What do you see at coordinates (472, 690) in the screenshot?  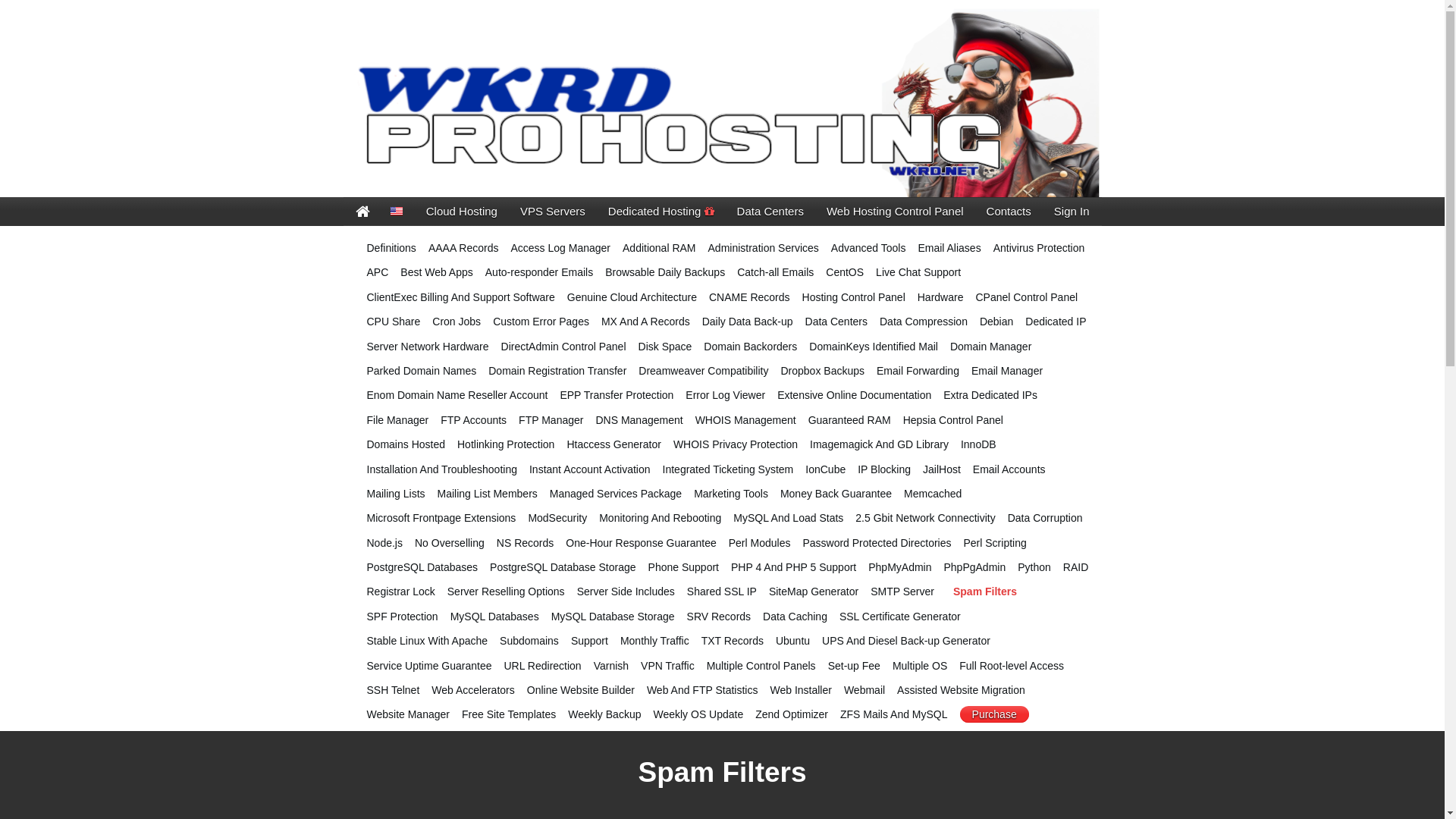 I see `'Web Accelerators'` at bounding box center [472, 690].